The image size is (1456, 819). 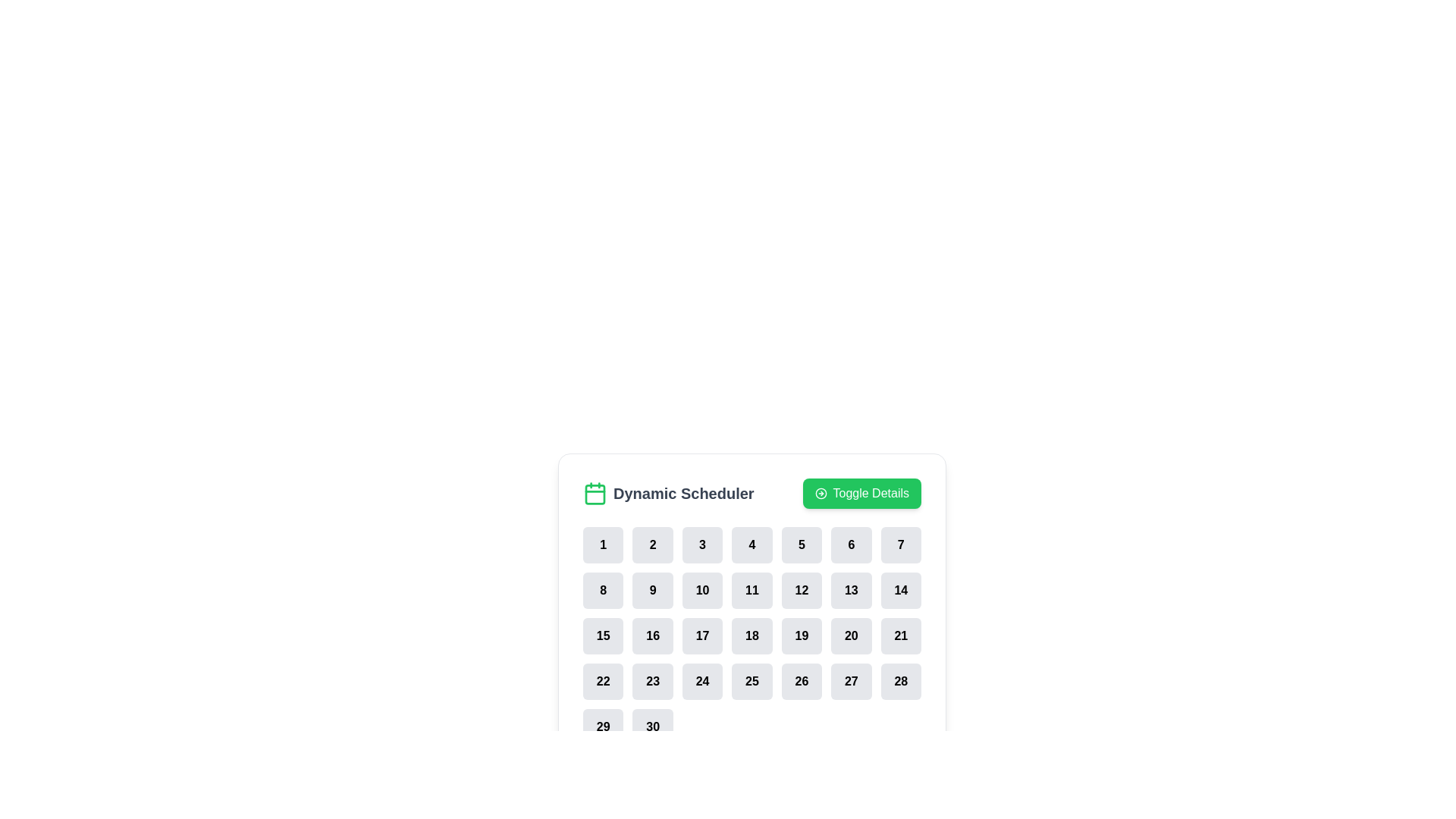 What do you see at coordinates (602, 544) in the screenshot?
I see `the rounded rectangular button with a light gray background and bold text '1'` at bounding box center [602, 544].